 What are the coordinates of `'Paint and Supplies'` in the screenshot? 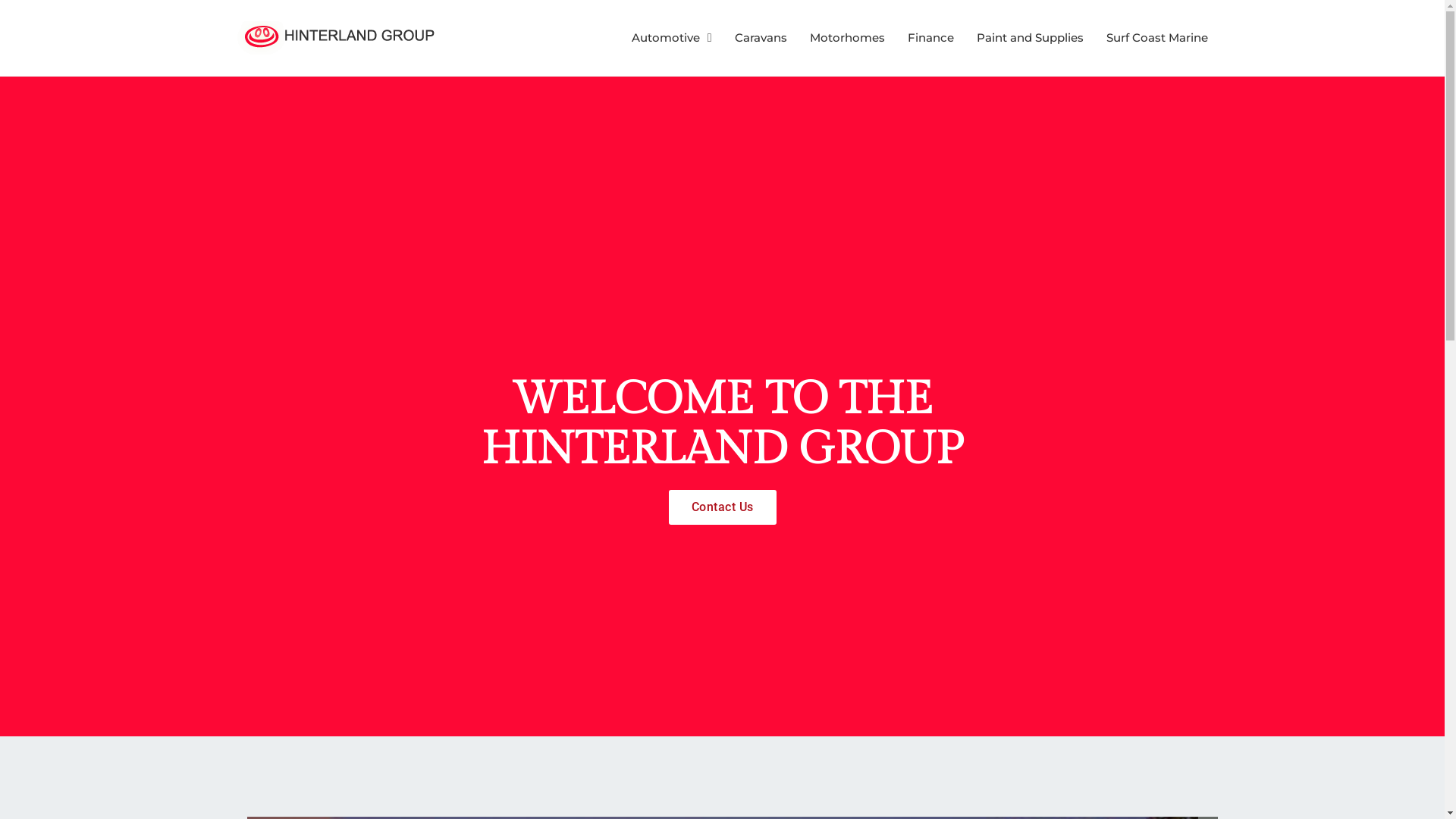 It's located at (1030, 37).